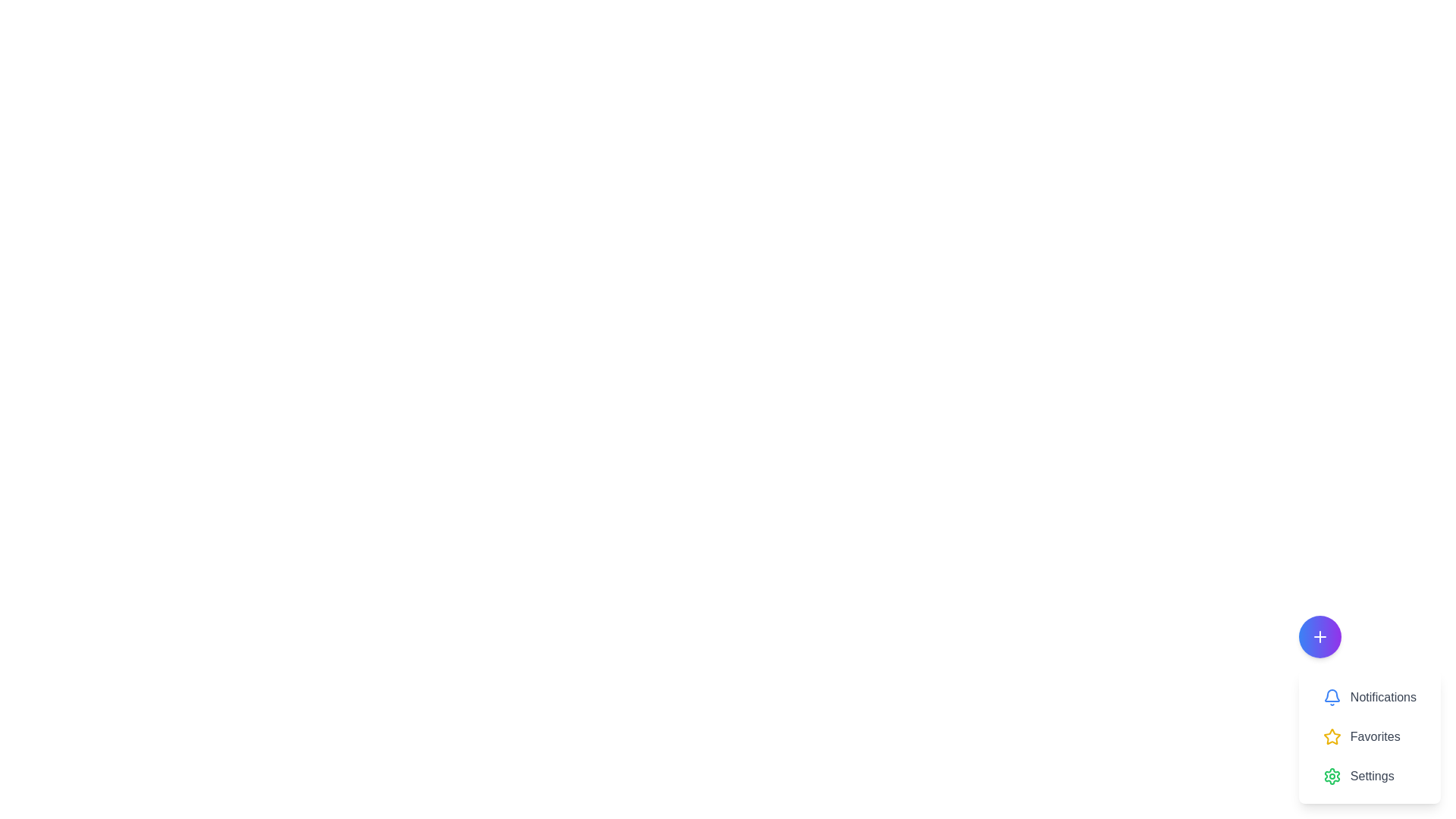 This screenshot has width=1456, height=819. What do you see at coordinates (1370, 698) in the screenshot?
I see `the Notifications button, which features a blue bell icon and the text label 'Notifications'` at bounding box center [1370, 698].